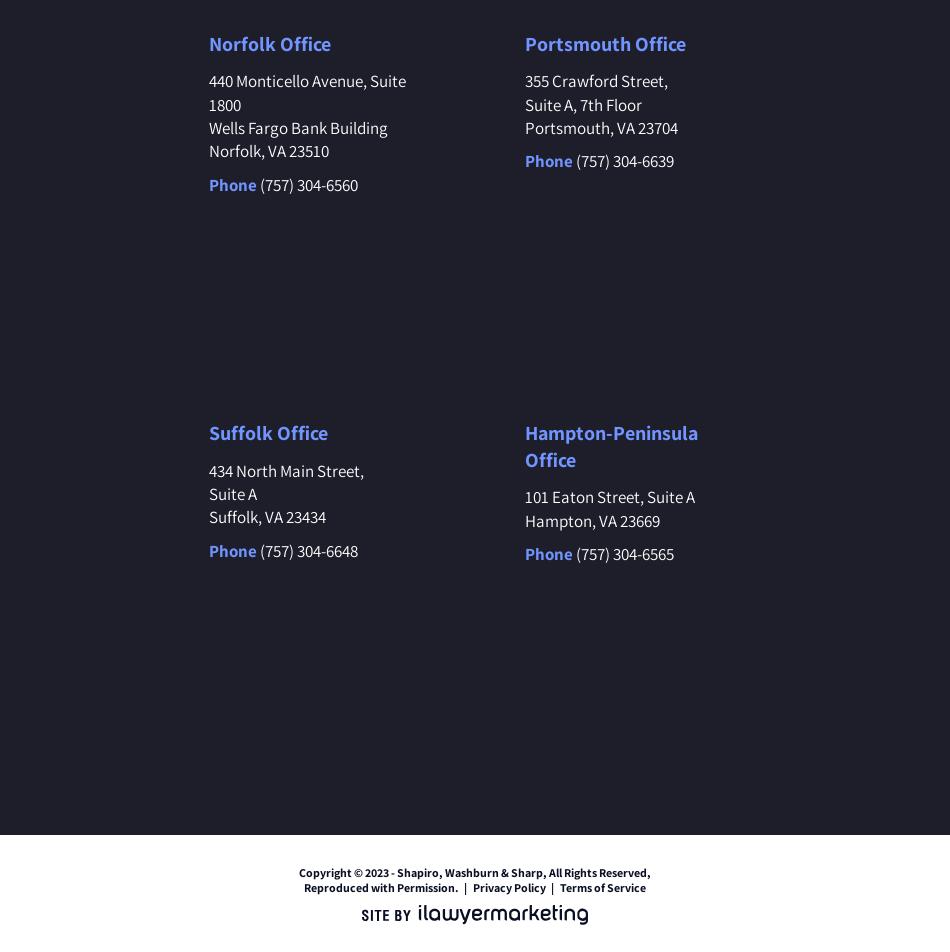 The width and height of the screenshot is (950, 952). What do you see at coordinates (305, 92) in the screenshot?
I see `'440 Monticello Avenue, Suite 1800'` at bounding box center [305, 92].